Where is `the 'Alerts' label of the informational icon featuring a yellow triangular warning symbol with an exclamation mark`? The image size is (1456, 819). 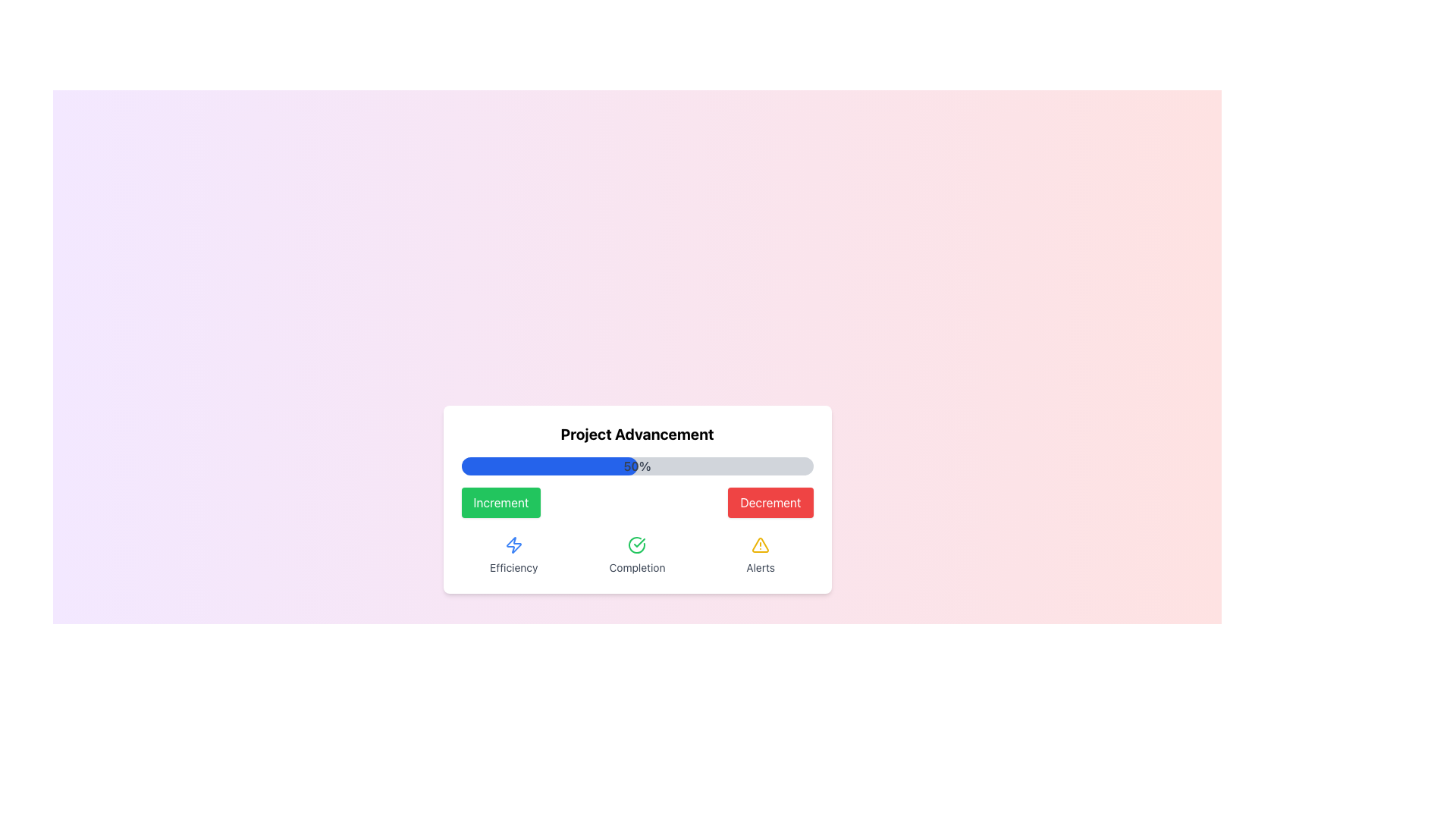
the 'Alerts' label of the informational icon featuring a yellow triangular warning symbol with an exclamation mark is located at coordinates (761, 555).